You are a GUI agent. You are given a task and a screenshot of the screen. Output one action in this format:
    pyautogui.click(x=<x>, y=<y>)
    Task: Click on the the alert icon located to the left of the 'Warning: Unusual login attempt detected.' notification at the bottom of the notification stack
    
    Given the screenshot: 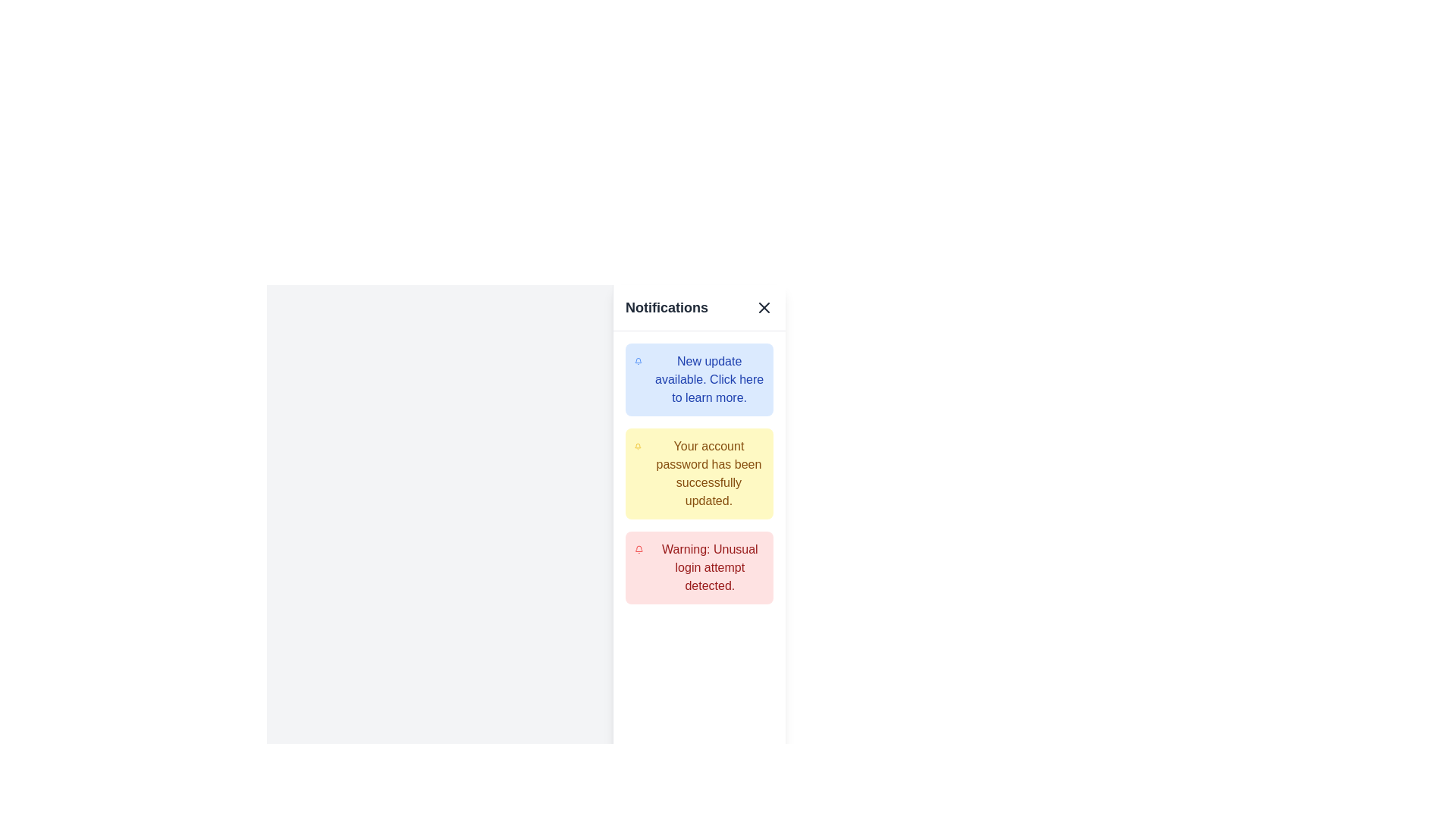 What is the action you would take?
    pyautogui.click(x=639, y=550)
    